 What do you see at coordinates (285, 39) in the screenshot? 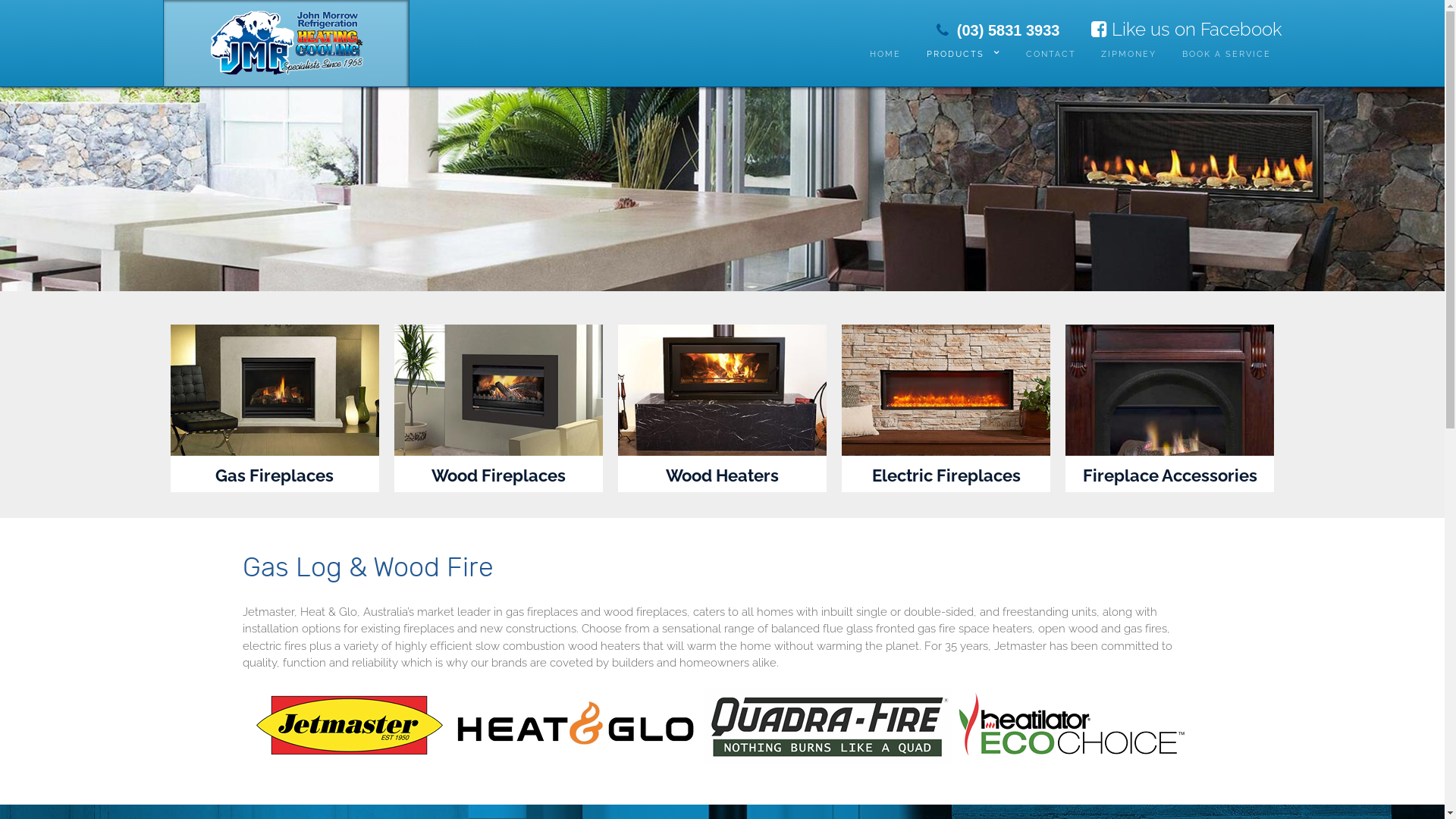
I see `'JMR'` at bounding box center [285, 39].